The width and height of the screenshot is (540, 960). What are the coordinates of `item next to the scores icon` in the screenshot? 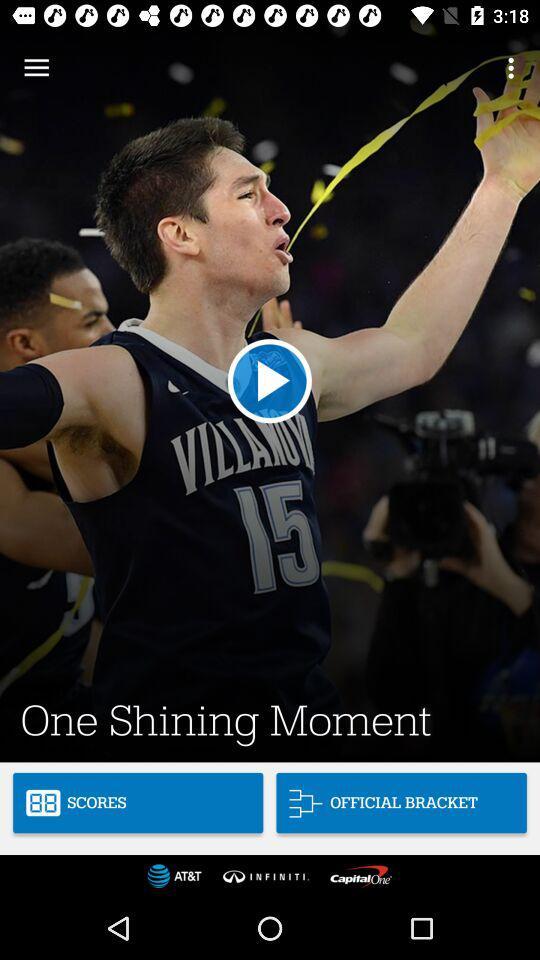 It's located at (401, 803).